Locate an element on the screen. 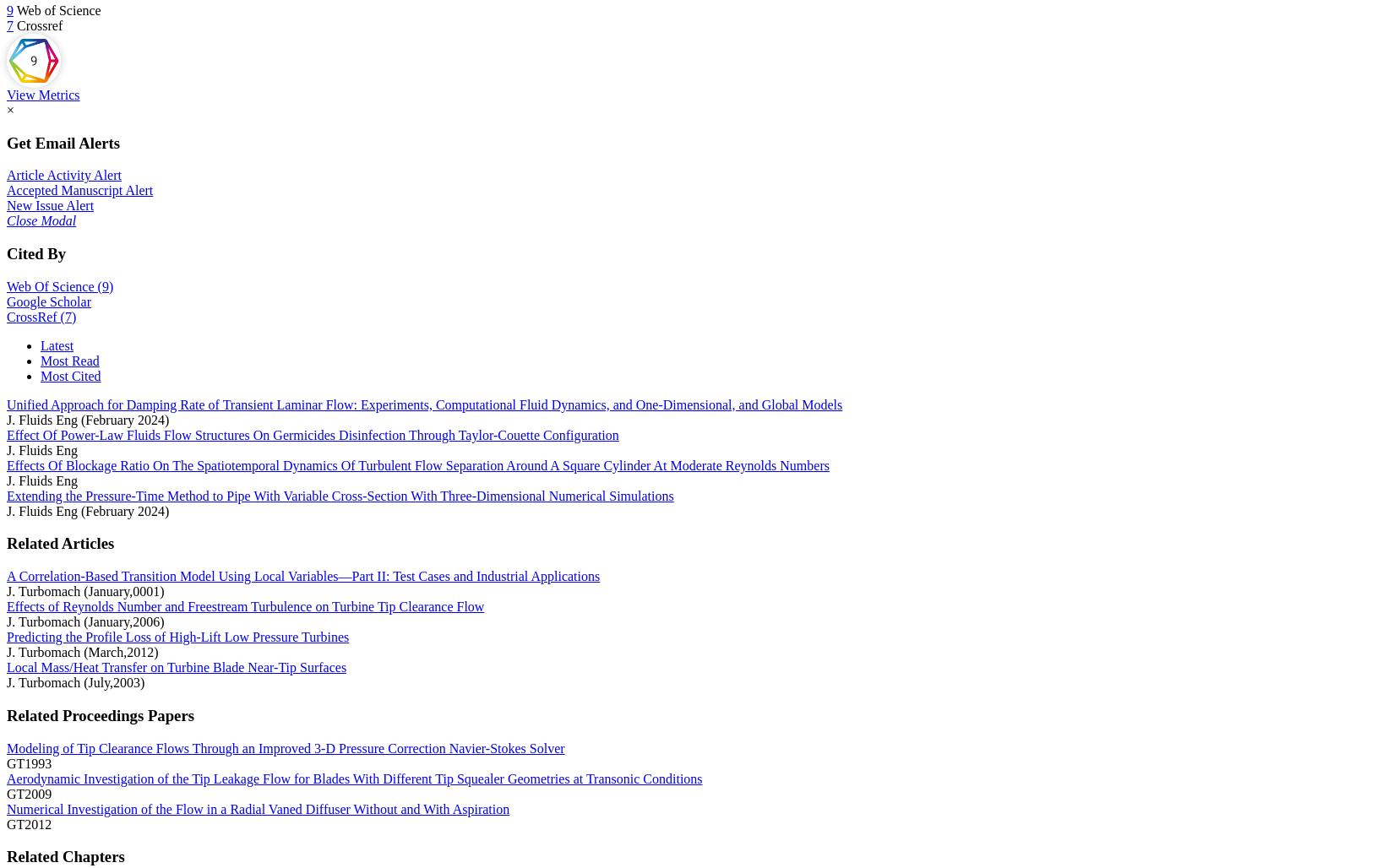 The width and height of the screenshot is (1399, 868). 'Most Cited' is located at coordinates (69, 375).